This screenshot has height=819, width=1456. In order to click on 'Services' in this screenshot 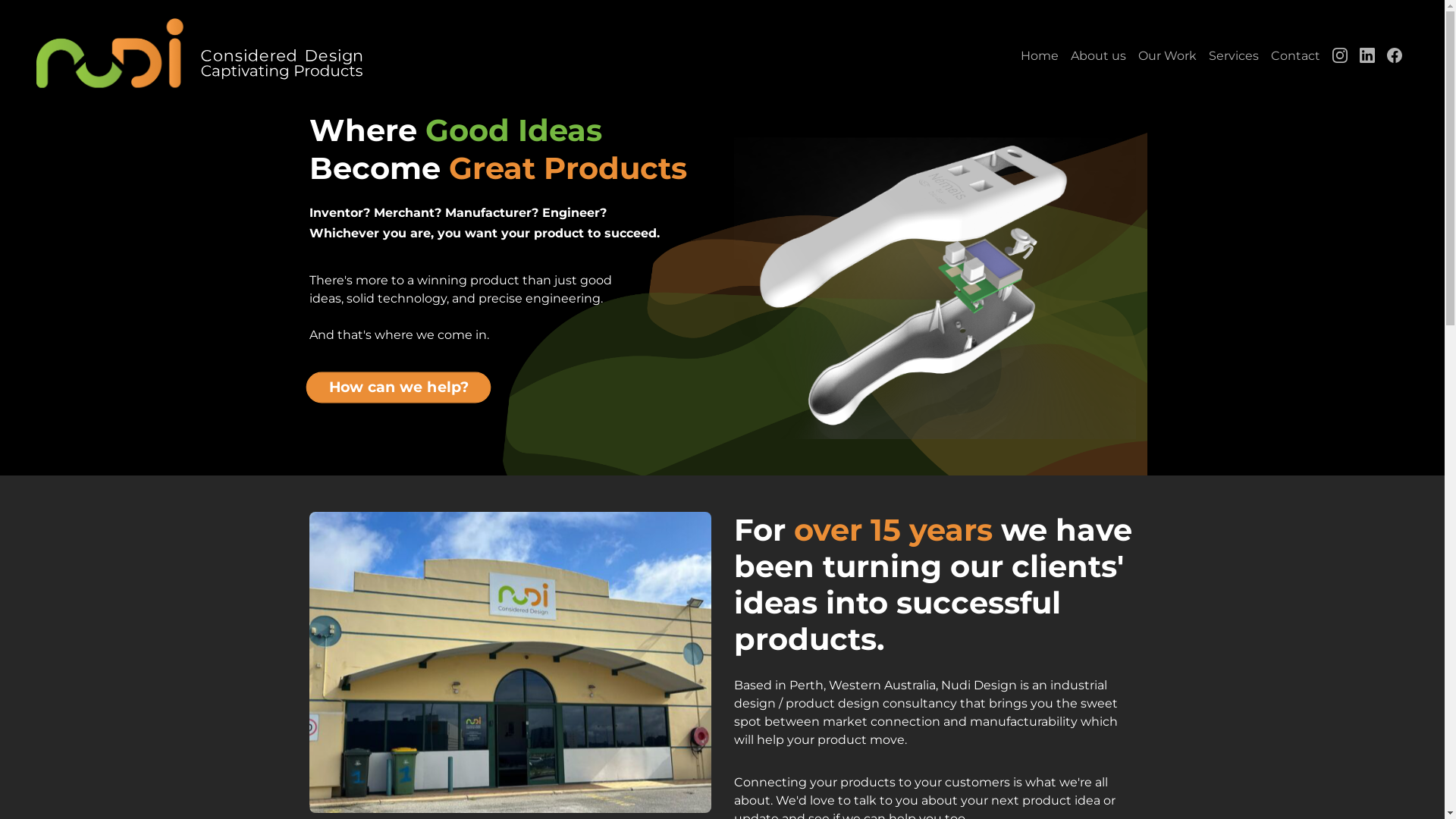, I will do `click(1234, 55)`.